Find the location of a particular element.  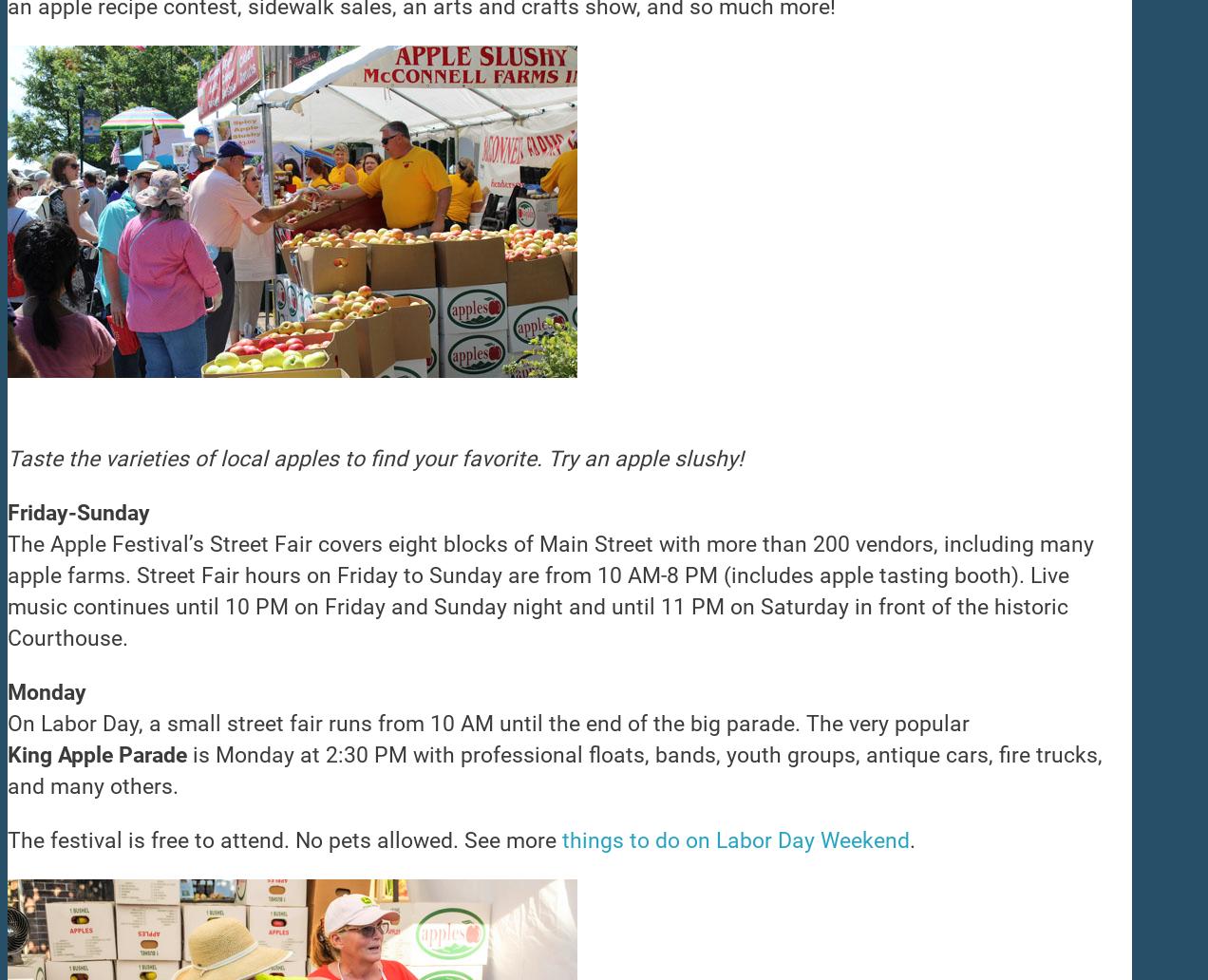

'The Apple Festival’s Street Fair covers eight blocks of Main Street with more than 200 vendors, including many apple farms. Street Fair hours on Friday to Sunday are from 10 AM-8 PM (includes apple tasting booth). Live music continues until 10 PM on Friday and Sunday night and until 11 PM on Saturday in front of the historic Courthouse.' is located at coordinates (550, 592).